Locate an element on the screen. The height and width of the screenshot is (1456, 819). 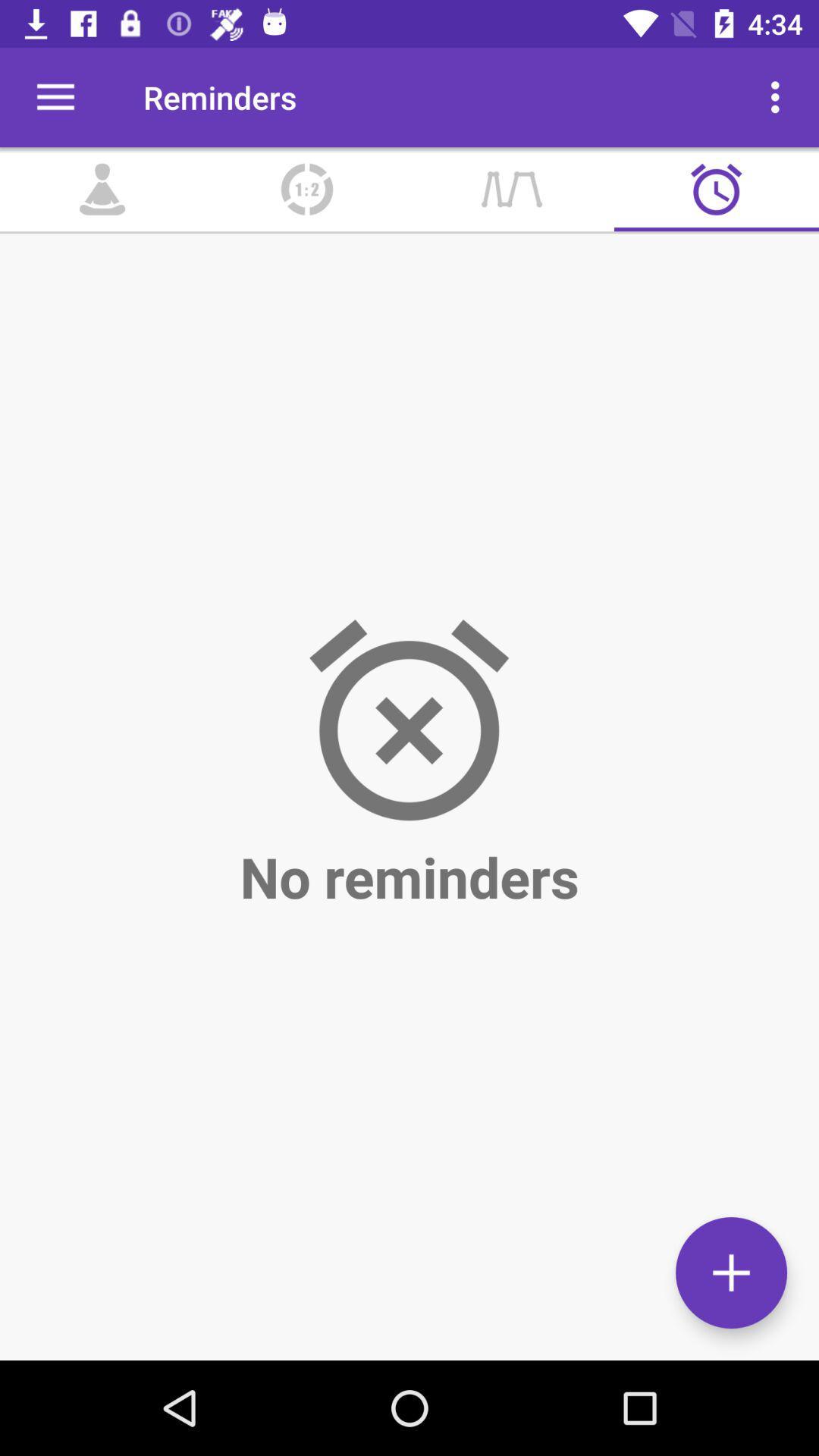
the add icon is located at coordinates (730, 1272).